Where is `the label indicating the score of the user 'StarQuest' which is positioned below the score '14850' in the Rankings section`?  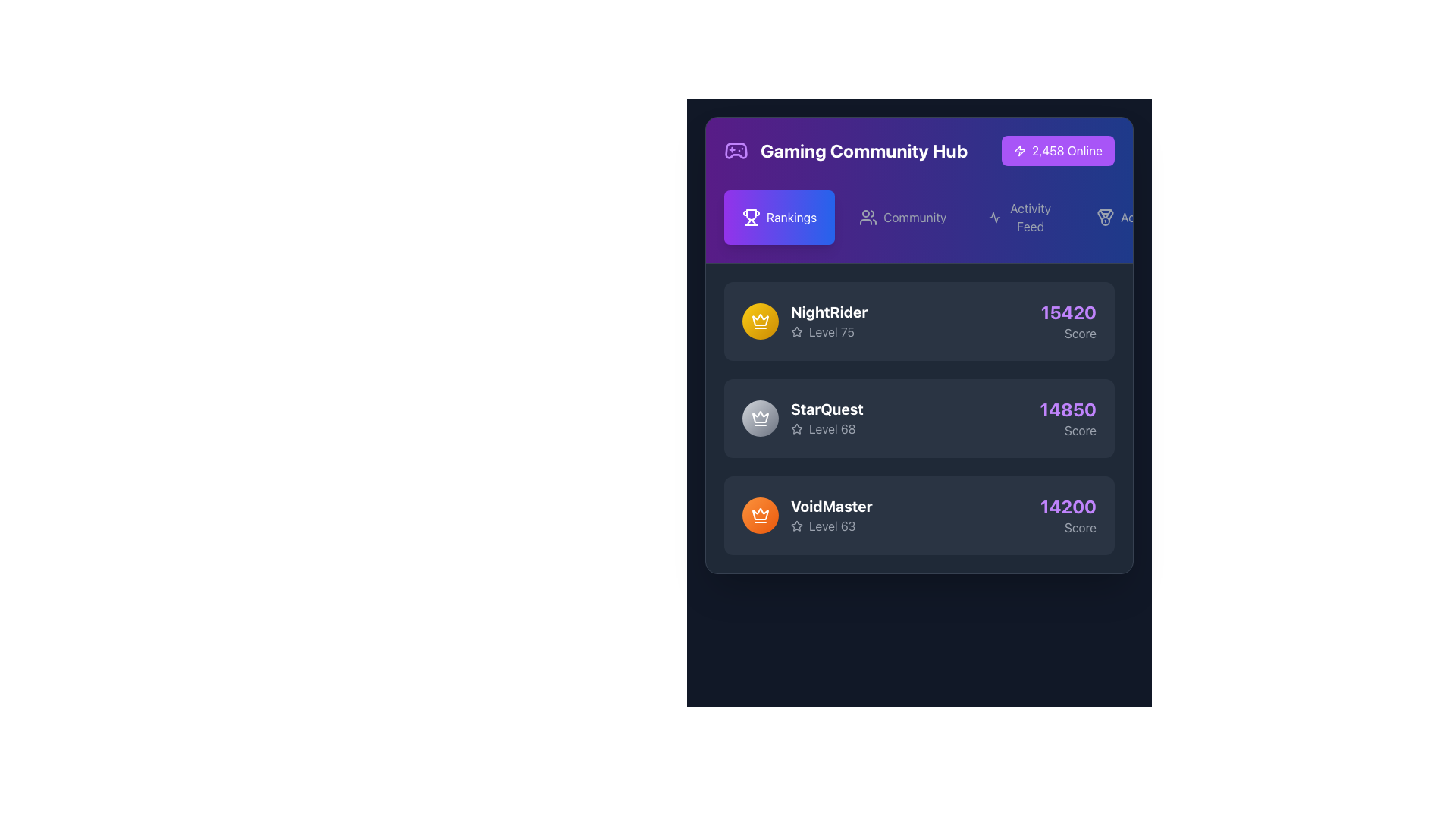
the label indicating the score of the user 'StarQuest' which is positioned below the score '14850' in the Rankings section is located at coordinates (1067, 430).